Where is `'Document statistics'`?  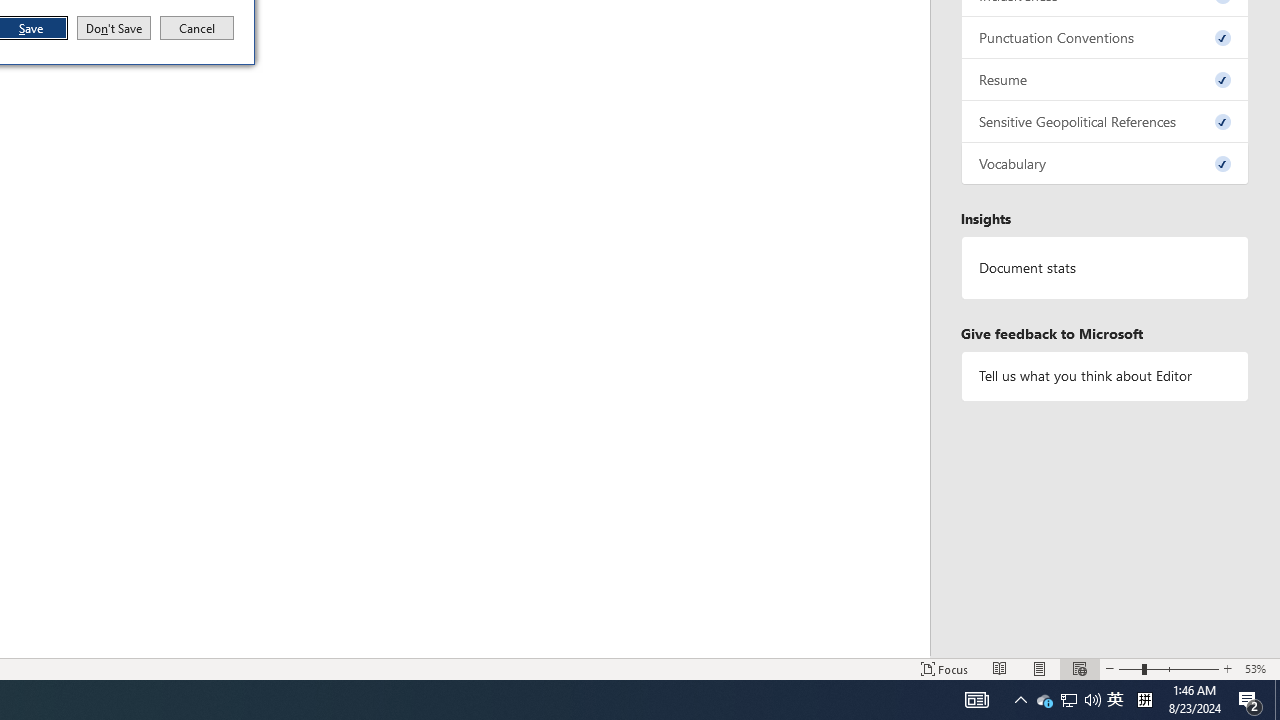 'Document statistics' is located at coordinates (1104, 266).